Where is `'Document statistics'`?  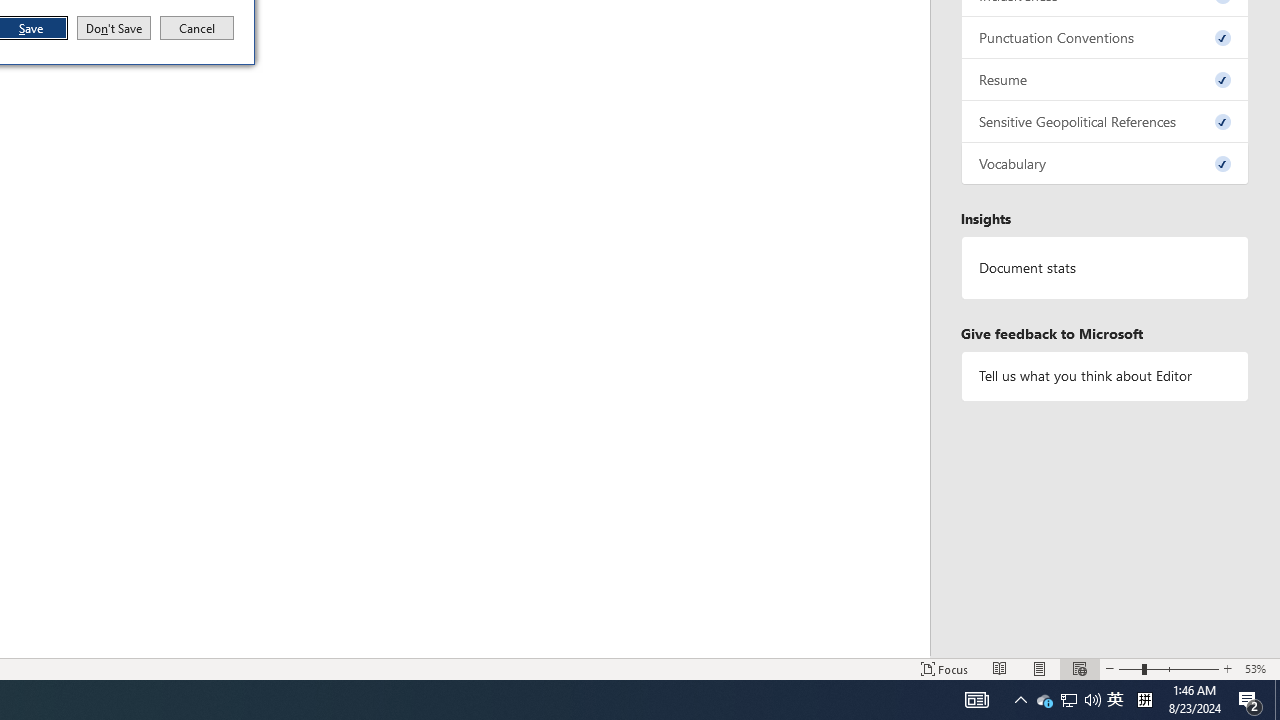 'Document statistics' is located at coordinates (1104, 266).